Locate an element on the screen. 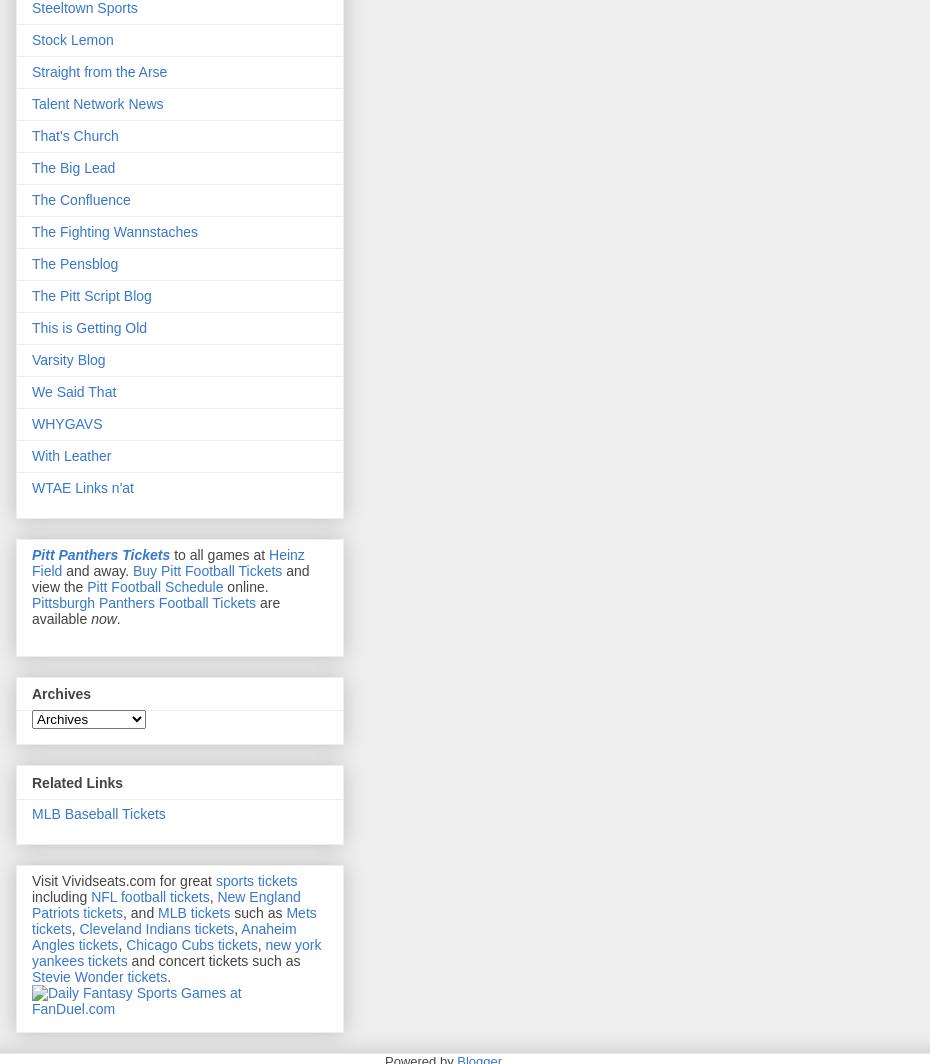 The height and width of the screenshot is (1064, 930). 'to all games at' is located at coordinates (218, 554).